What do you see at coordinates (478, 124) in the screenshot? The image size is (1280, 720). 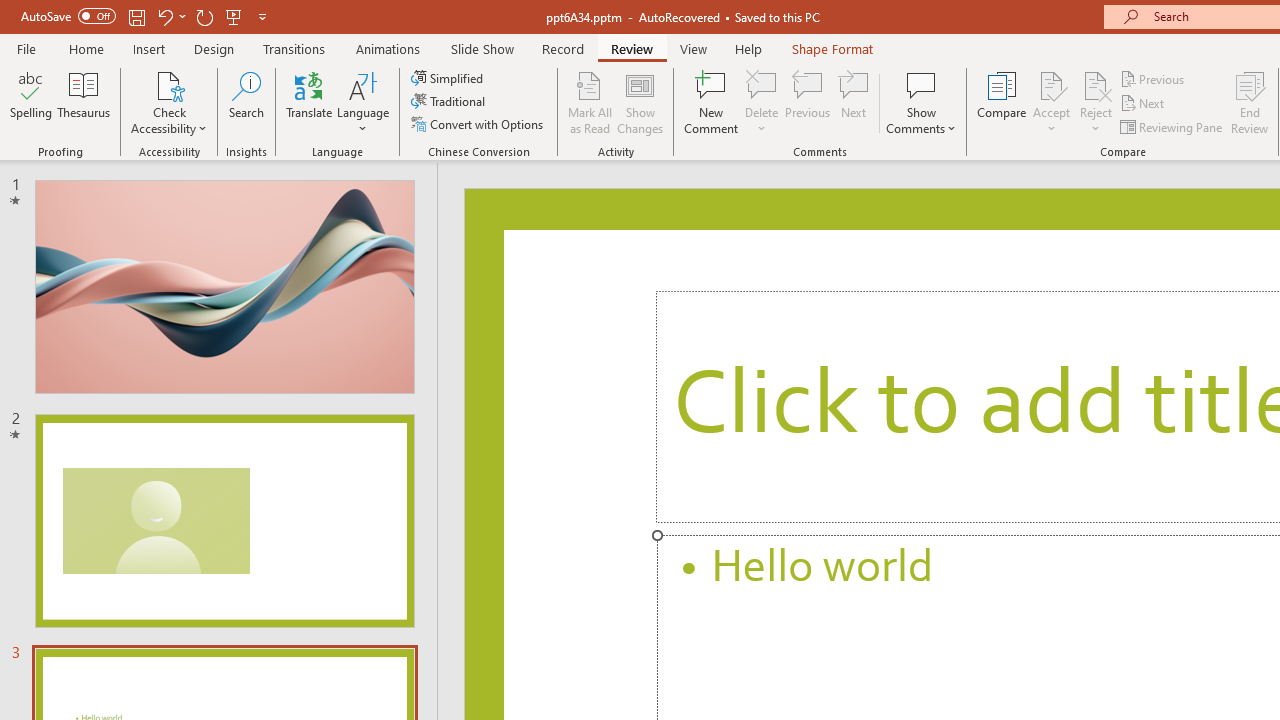 I see `'Convert with Options...'` at bounding box center [478, 124].